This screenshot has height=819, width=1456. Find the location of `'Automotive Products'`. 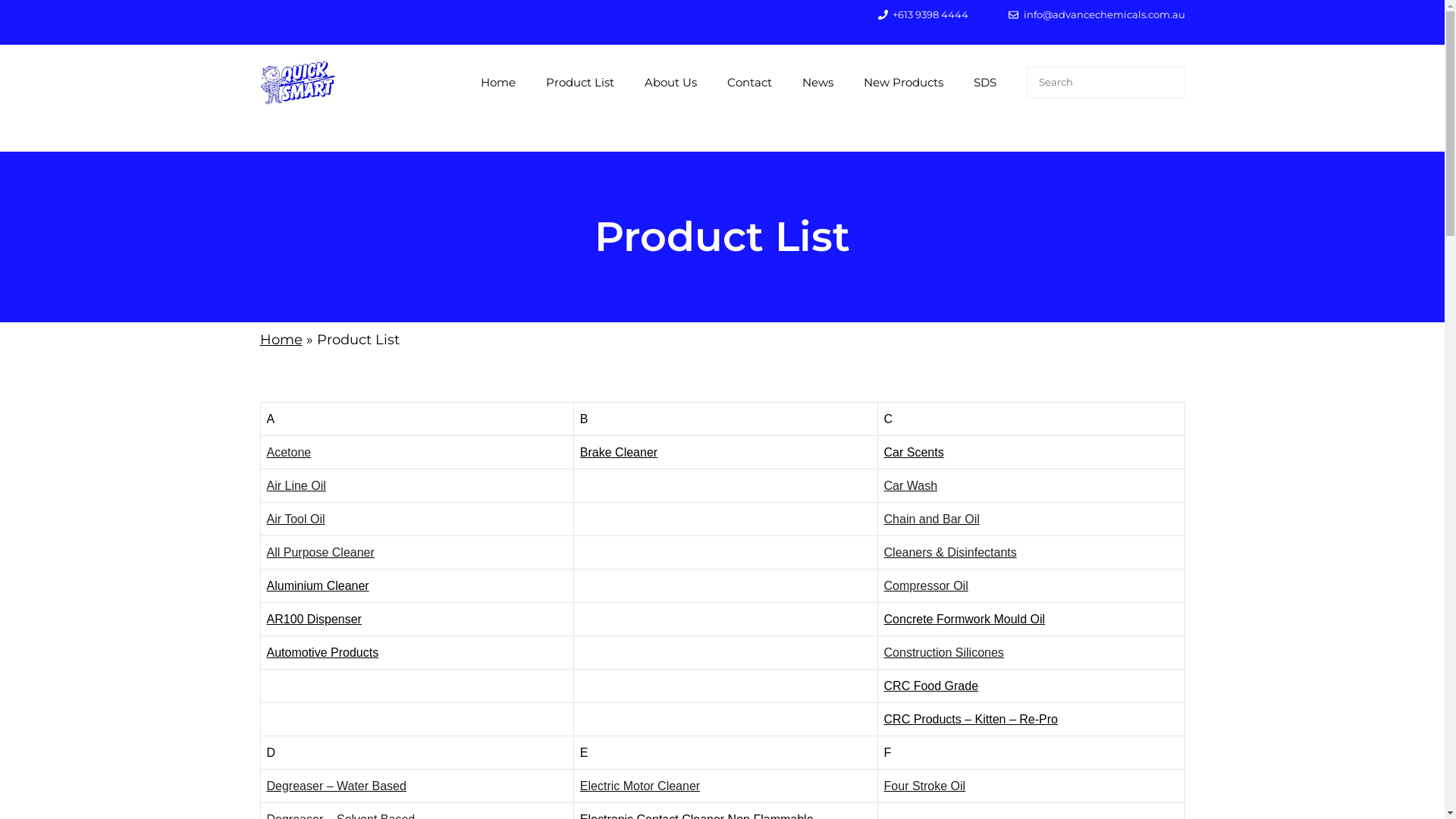

'Automotive Products' is located at coordinates (322, 651).